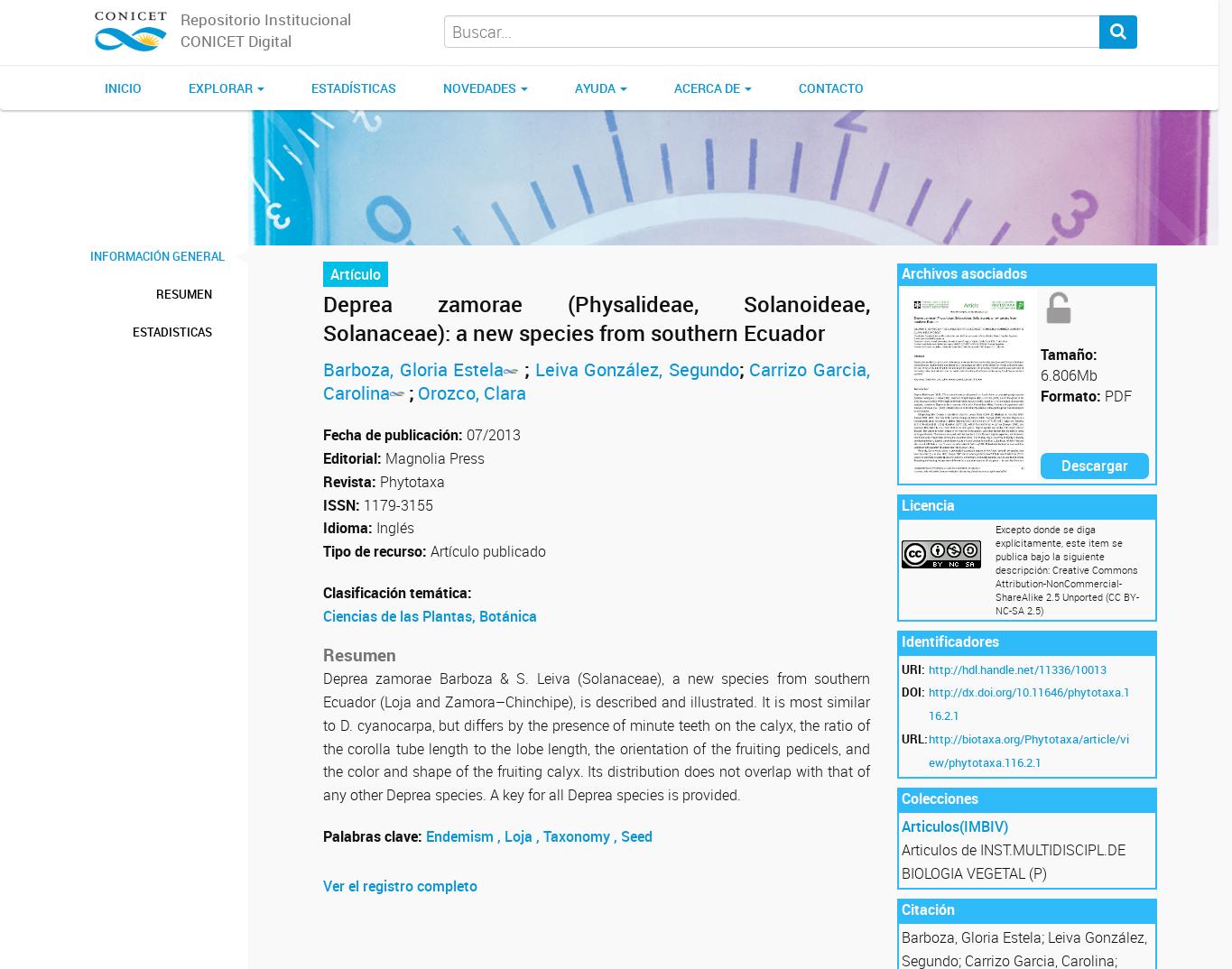 The image size is (1232, 969). Describe the element at coordinates (673, 88) in the screenshot. I see `'Acerca de'` at that location.